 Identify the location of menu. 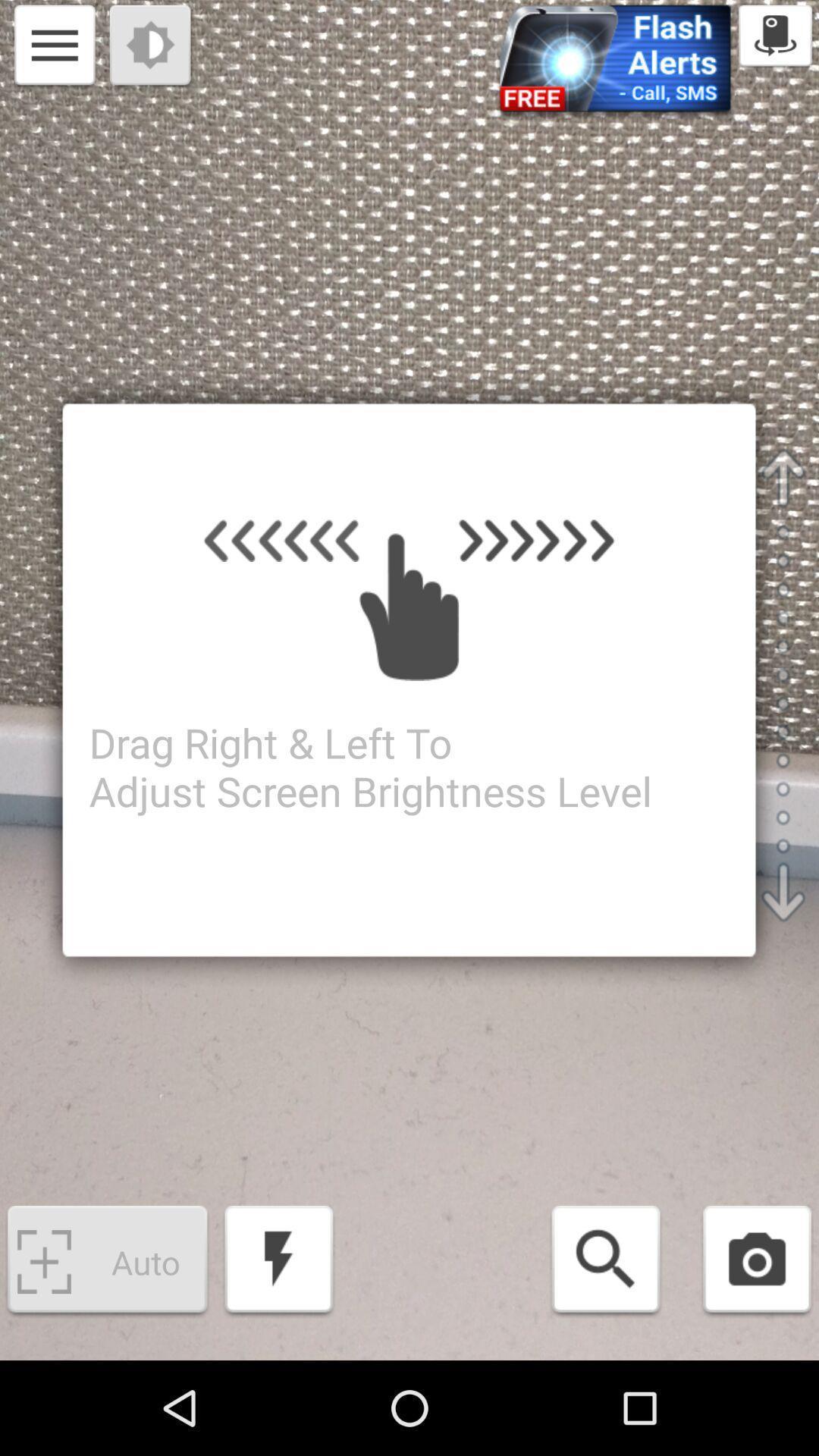
(54, 47).